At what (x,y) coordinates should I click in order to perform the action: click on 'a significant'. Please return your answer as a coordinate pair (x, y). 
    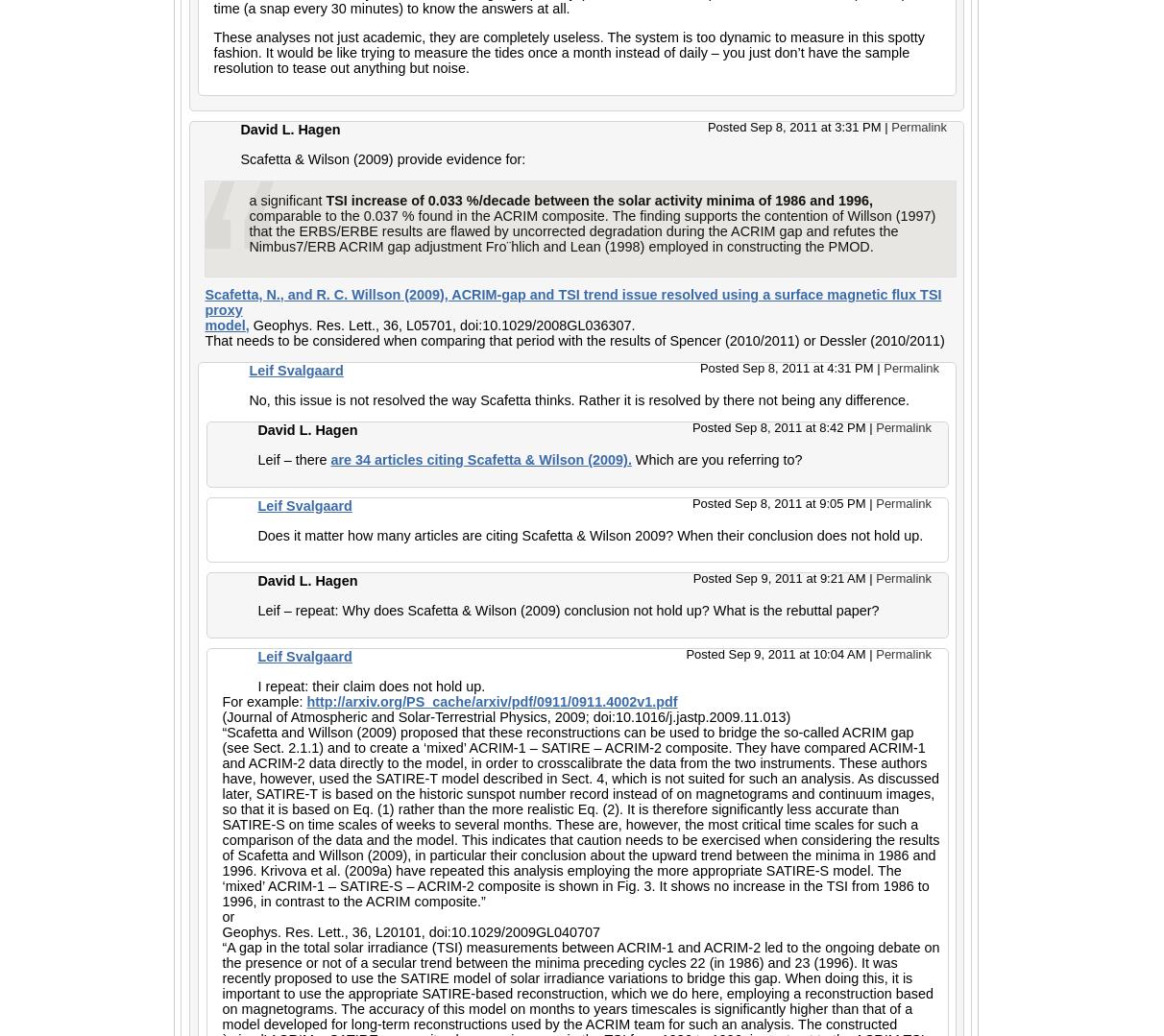
    Looking at the image, I should click on (284, 200).